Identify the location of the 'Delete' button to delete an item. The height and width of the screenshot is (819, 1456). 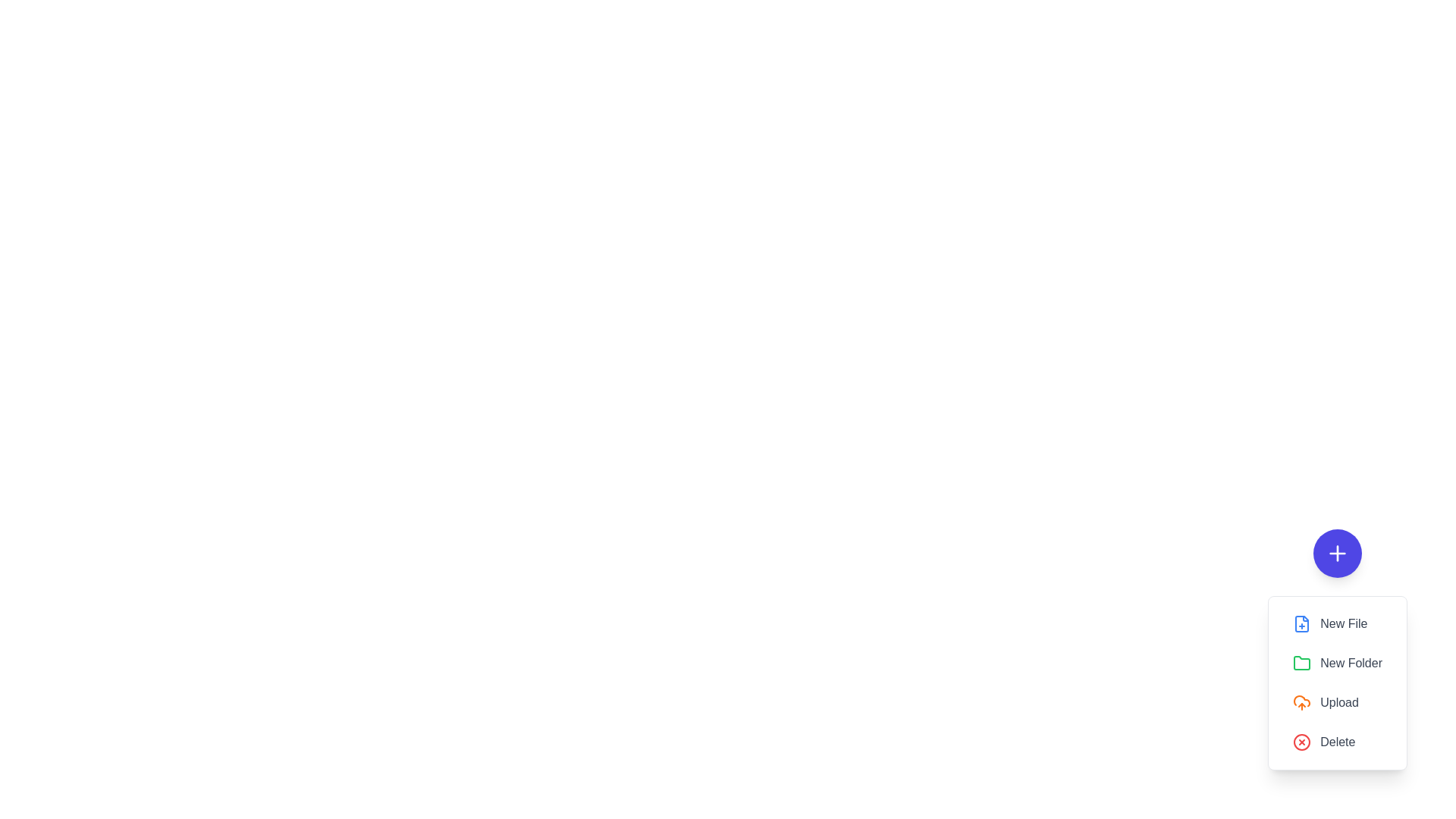
(1338, 742).